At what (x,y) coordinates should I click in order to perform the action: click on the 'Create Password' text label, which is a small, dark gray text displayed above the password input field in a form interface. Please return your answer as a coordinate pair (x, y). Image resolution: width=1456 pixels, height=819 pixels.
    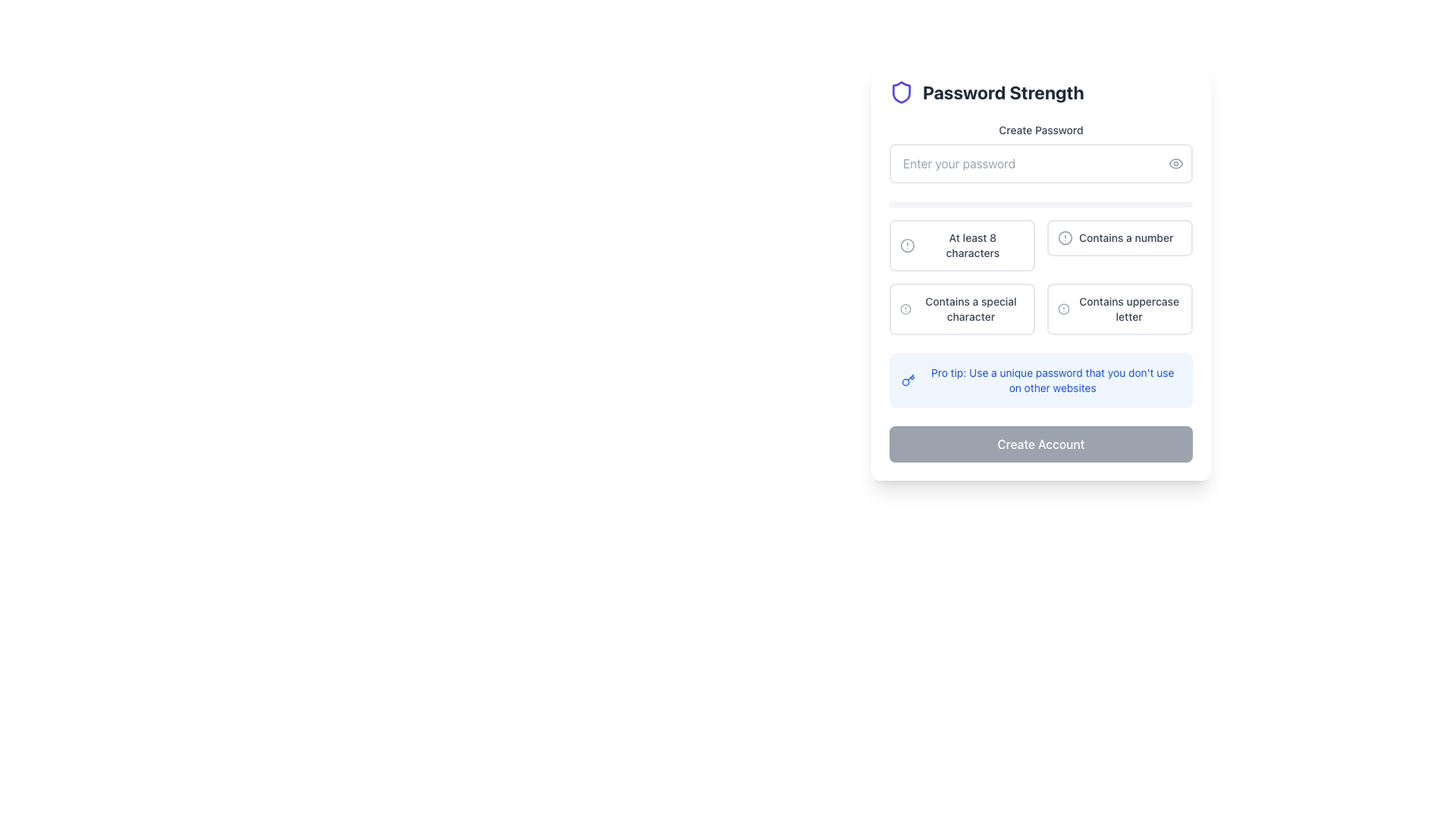
    Looking at the image, I should click on (1040, 130).